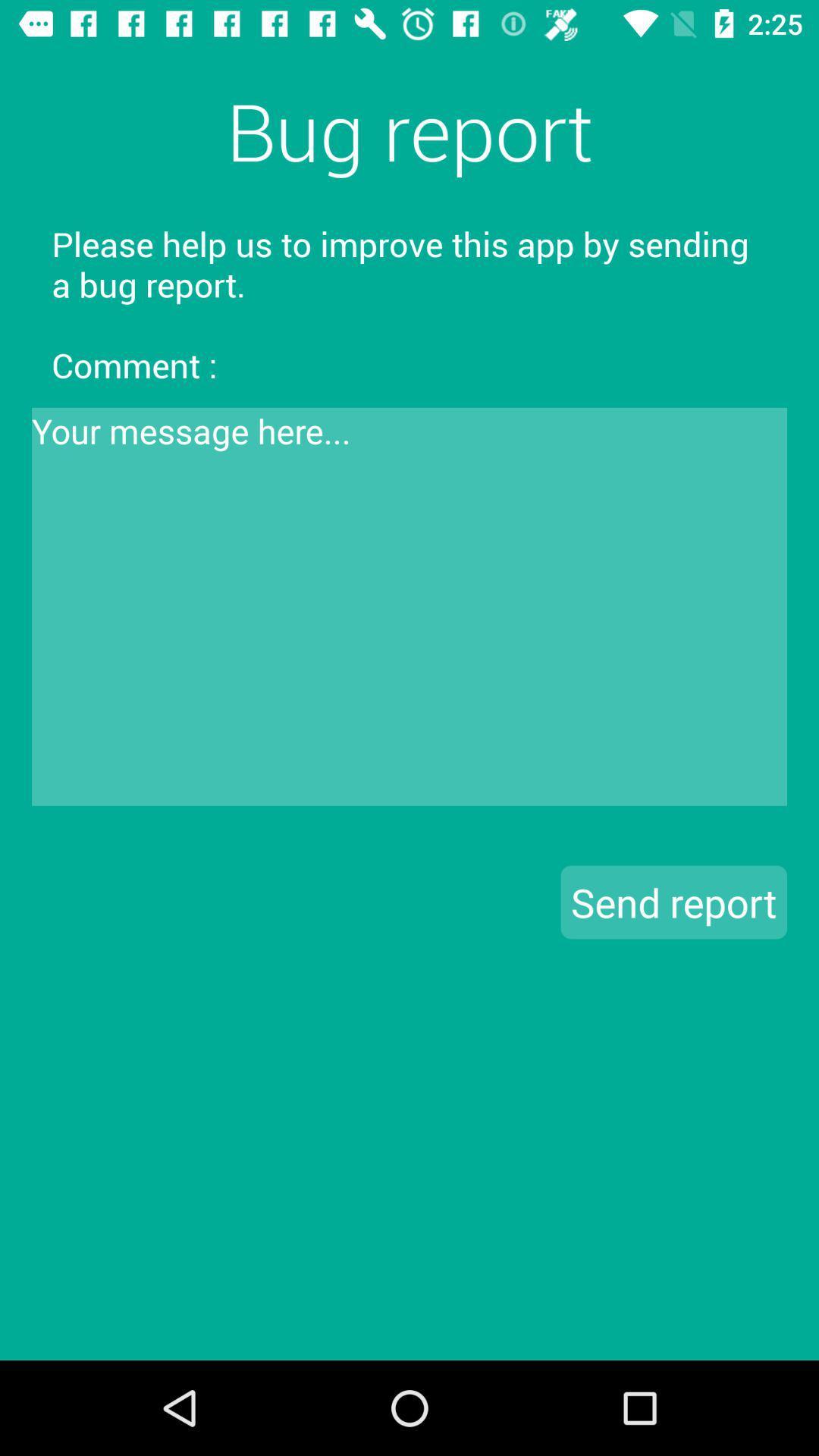  I want to click on the icon on the right, so click(673, 902).